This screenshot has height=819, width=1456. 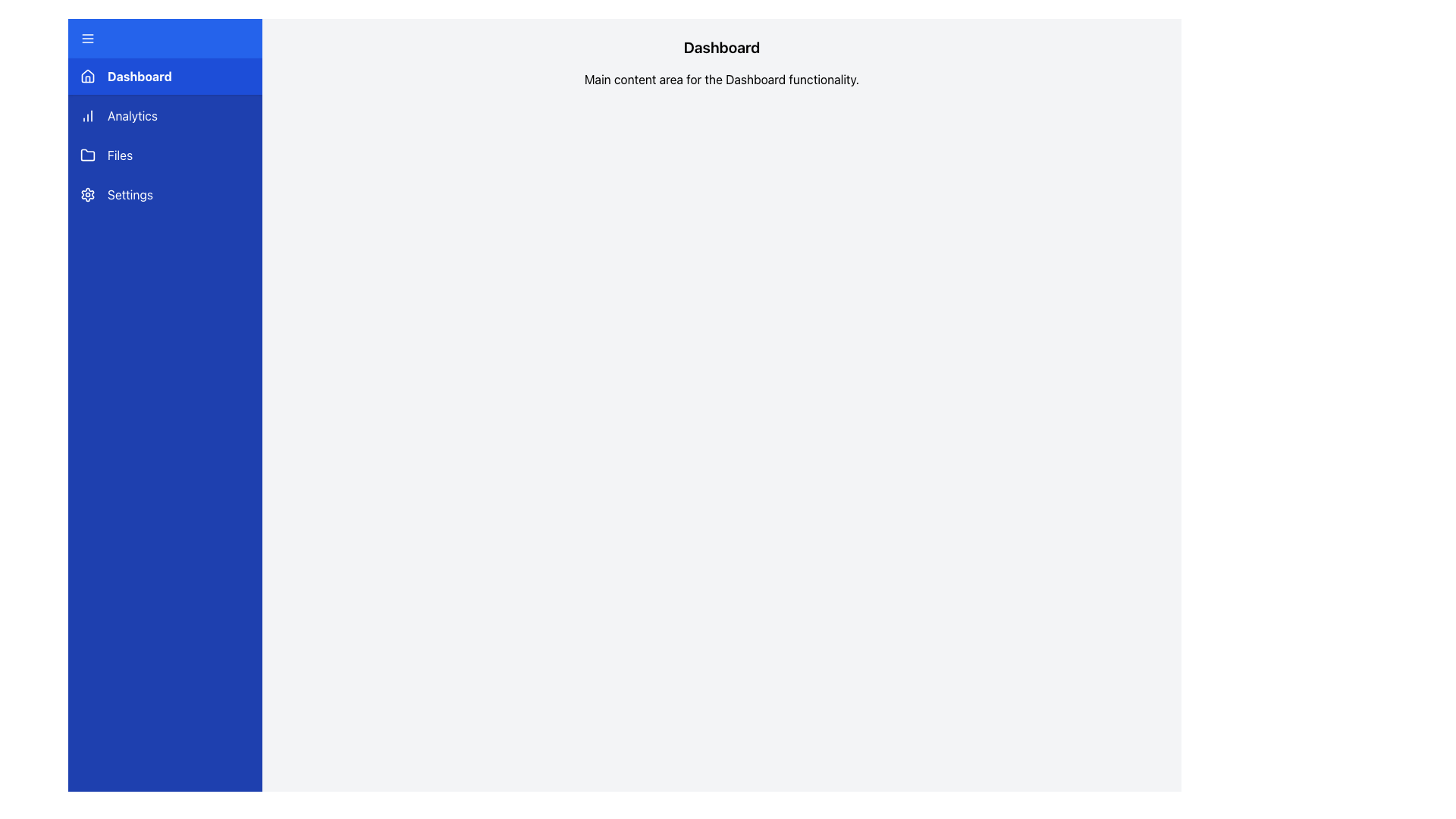 What do you see at coordinates (86, 115) in the screenshot?
I see `the bar chart icon element that is located to the left of the 'Analytics' text label in the vertical navigation menu` at bounding box center [86, 115].